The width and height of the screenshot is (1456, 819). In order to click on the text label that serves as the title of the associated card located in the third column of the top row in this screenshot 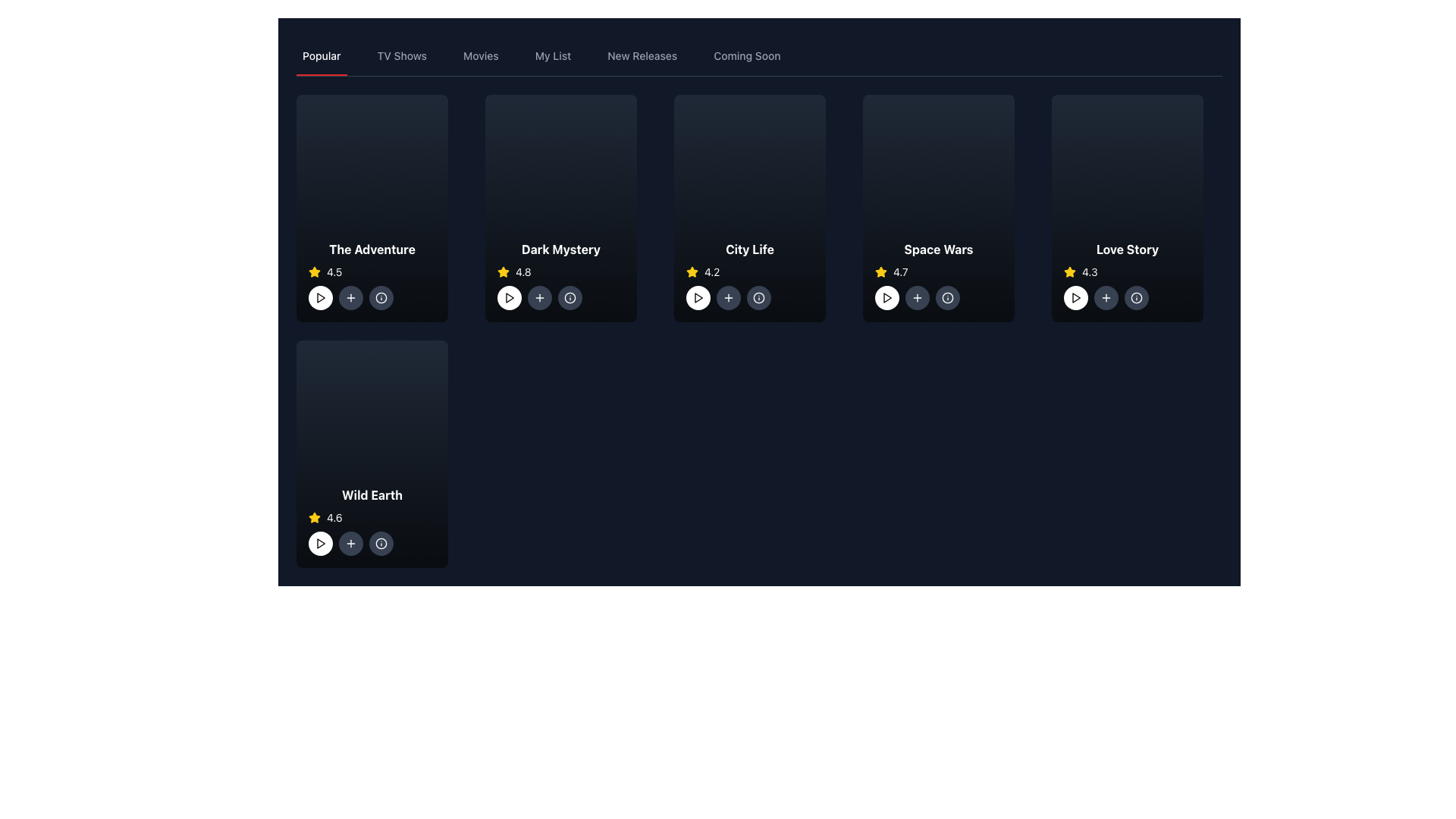, I will do `click(938, 248)`.